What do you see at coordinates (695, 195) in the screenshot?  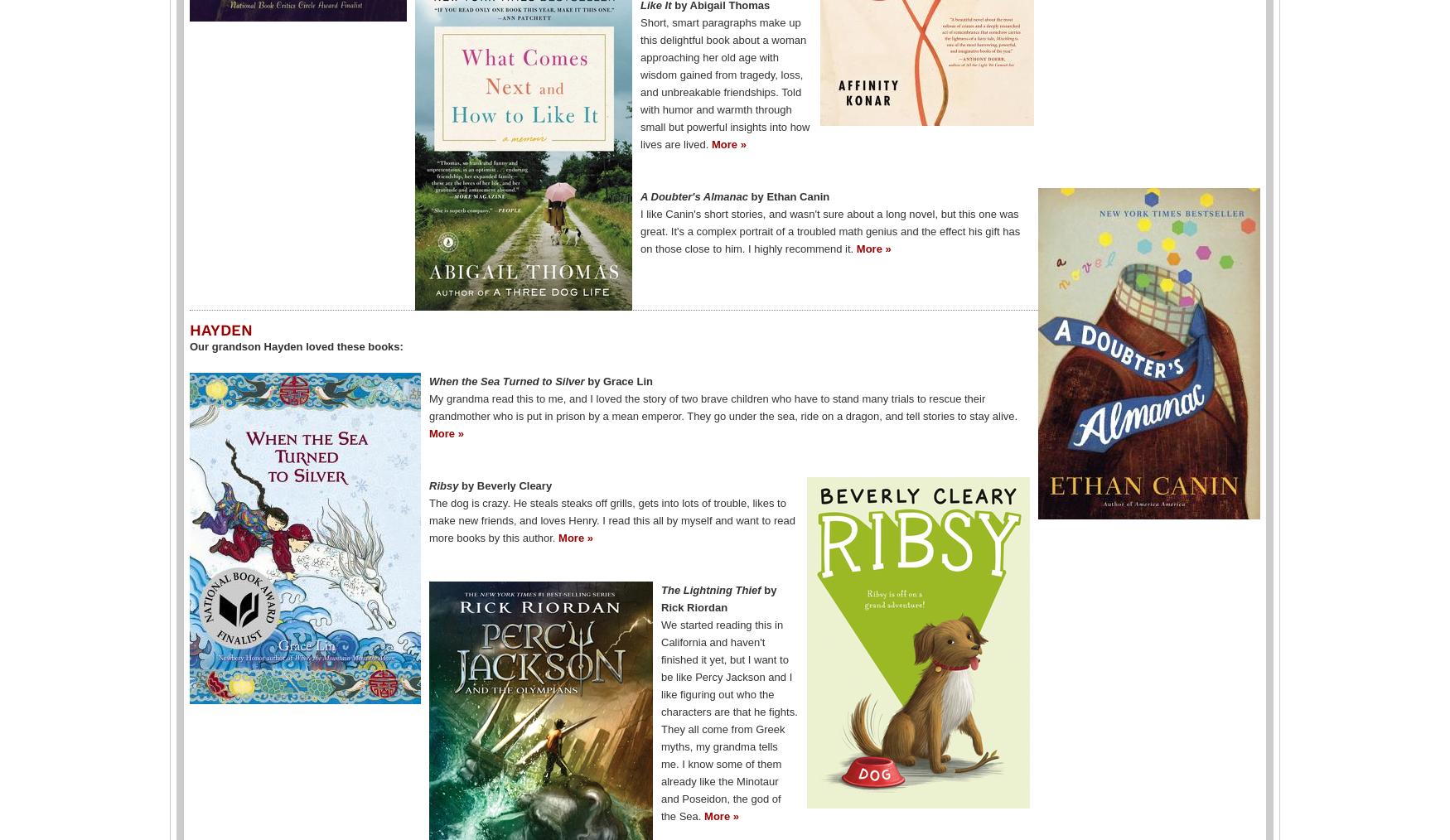 I see `'A Doubter's Almanac'` at bounding box center [695, 195].